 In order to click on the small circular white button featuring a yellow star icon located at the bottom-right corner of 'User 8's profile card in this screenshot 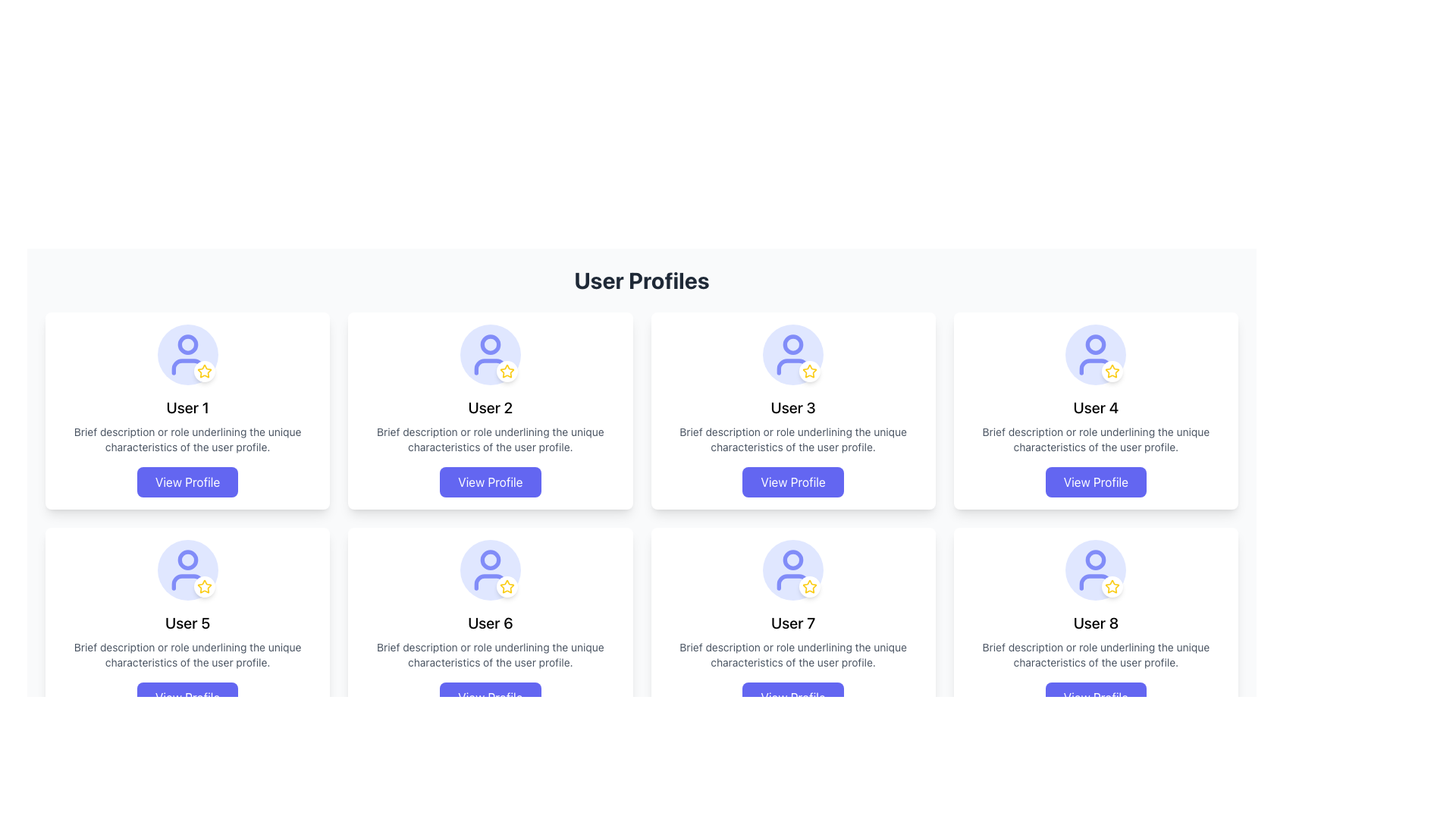, I will do `click(1112, 586)`.